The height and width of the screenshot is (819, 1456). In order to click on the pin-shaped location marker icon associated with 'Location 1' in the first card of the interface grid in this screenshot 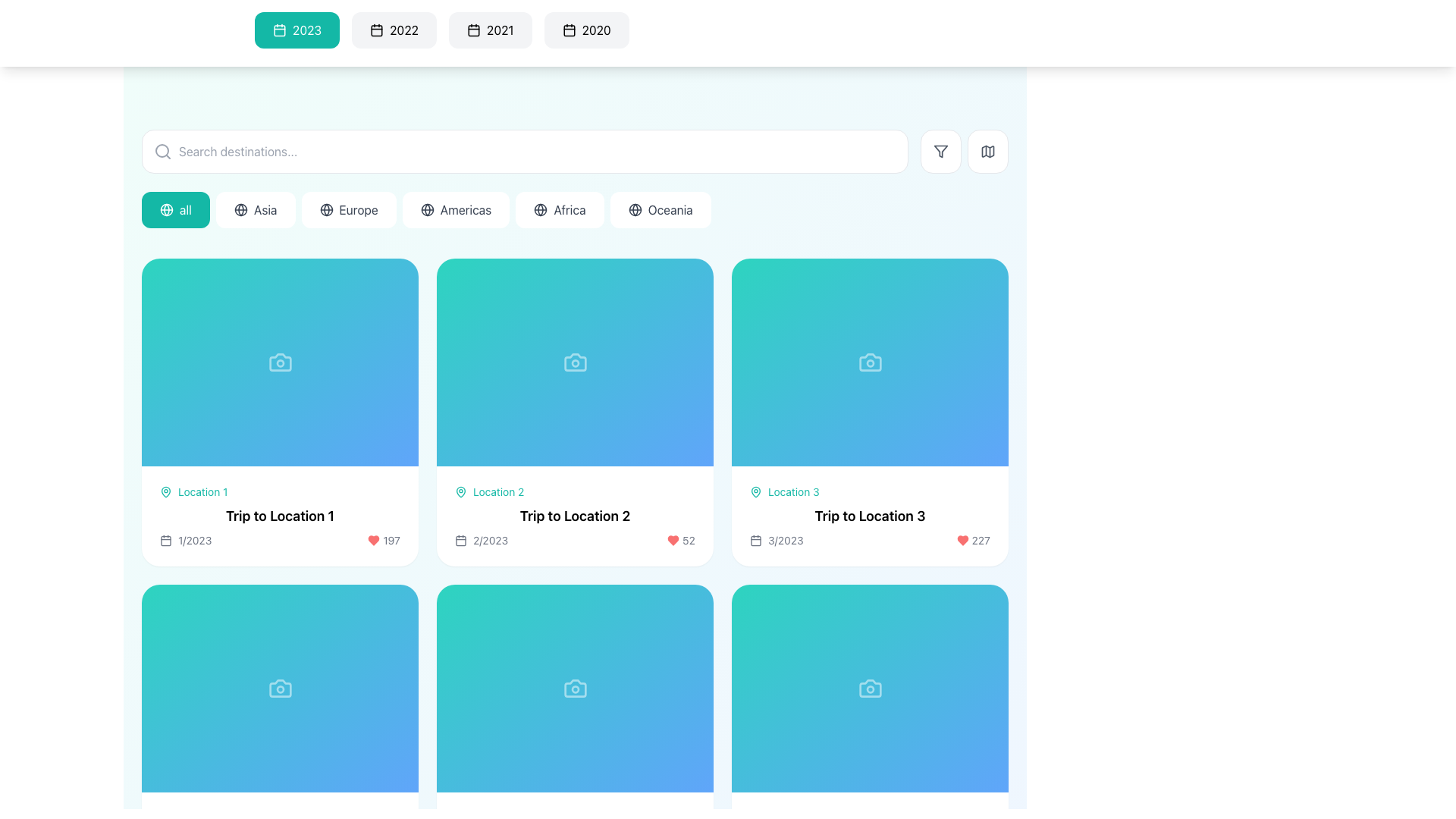, I will do `click(166, 491)`.